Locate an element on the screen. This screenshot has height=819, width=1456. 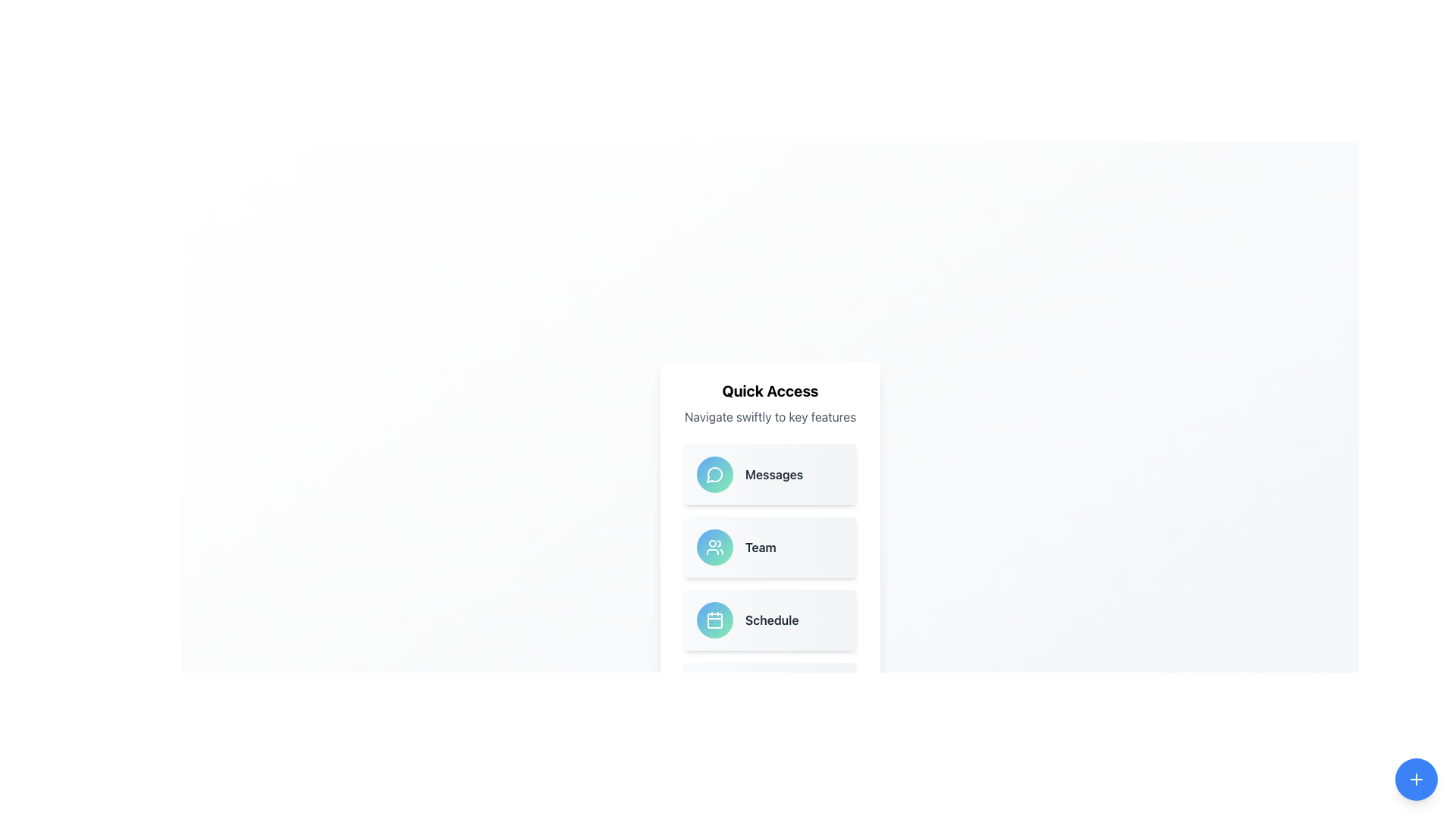
the supportive description text located directly below the 'Quick Access' title, which explains its purpose in navigating to key features is located at coordinates (770, 417).